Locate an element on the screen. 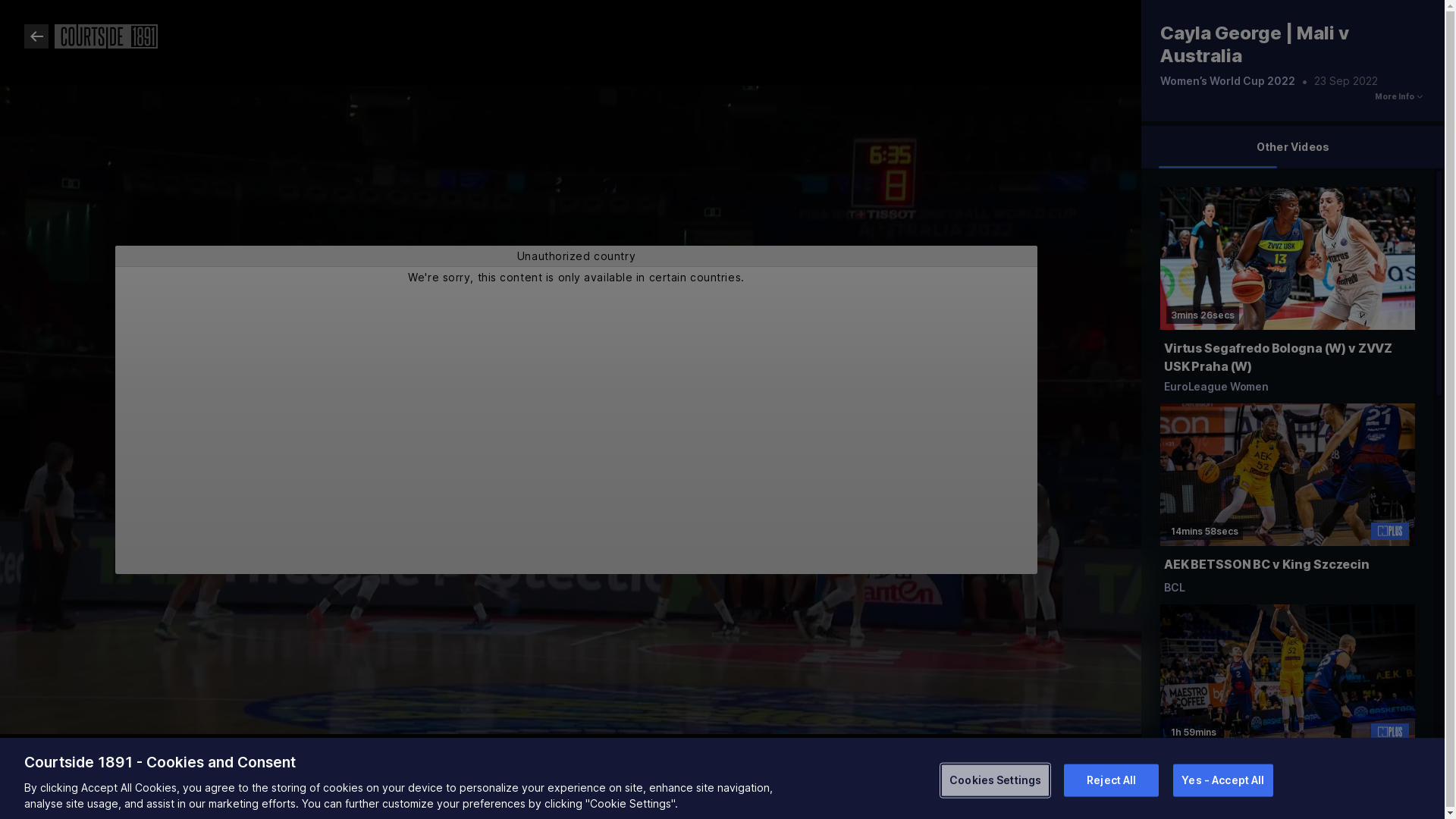 Image resolution: width=1456 pixels, height=819 pixels. 'Cookies Settings' is located at coordinates (995, 780).